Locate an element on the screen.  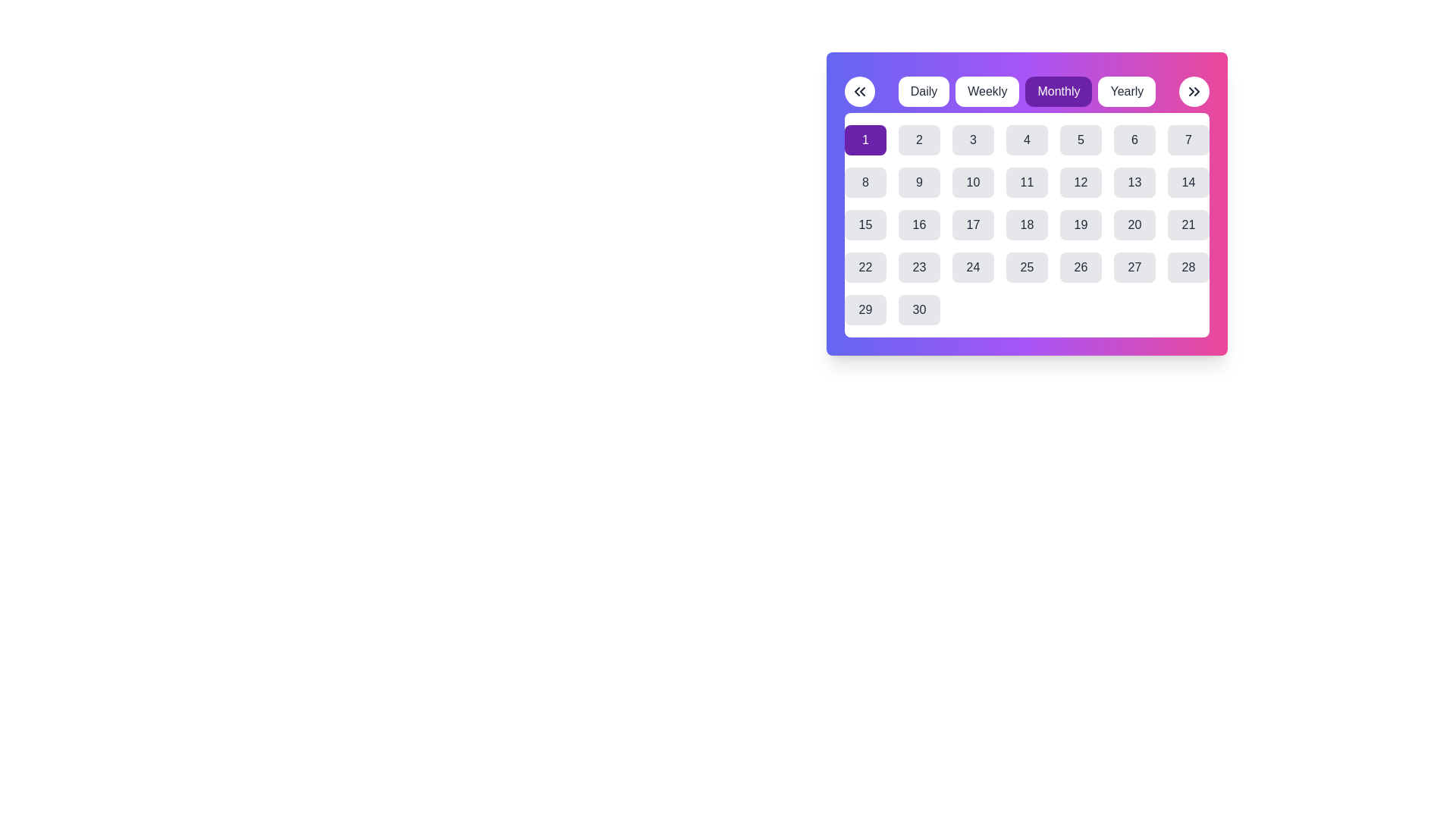
the navigation button located at the far right of the calendar header is located at coordinates (1193, 91).